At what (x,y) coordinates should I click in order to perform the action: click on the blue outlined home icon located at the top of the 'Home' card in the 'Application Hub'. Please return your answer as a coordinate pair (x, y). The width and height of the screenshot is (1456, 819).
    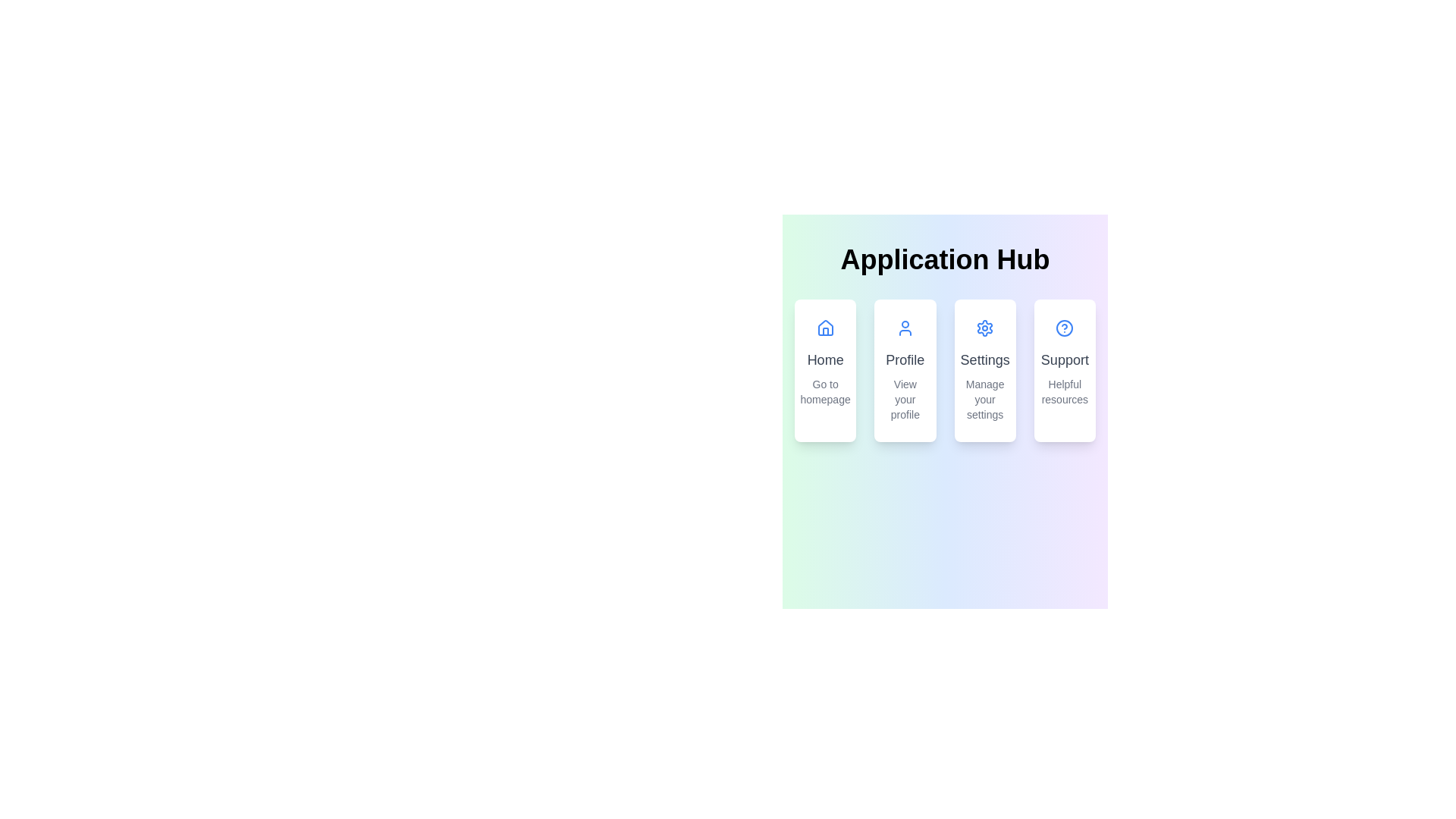
    Looking at the image, I should click on (824, 327).